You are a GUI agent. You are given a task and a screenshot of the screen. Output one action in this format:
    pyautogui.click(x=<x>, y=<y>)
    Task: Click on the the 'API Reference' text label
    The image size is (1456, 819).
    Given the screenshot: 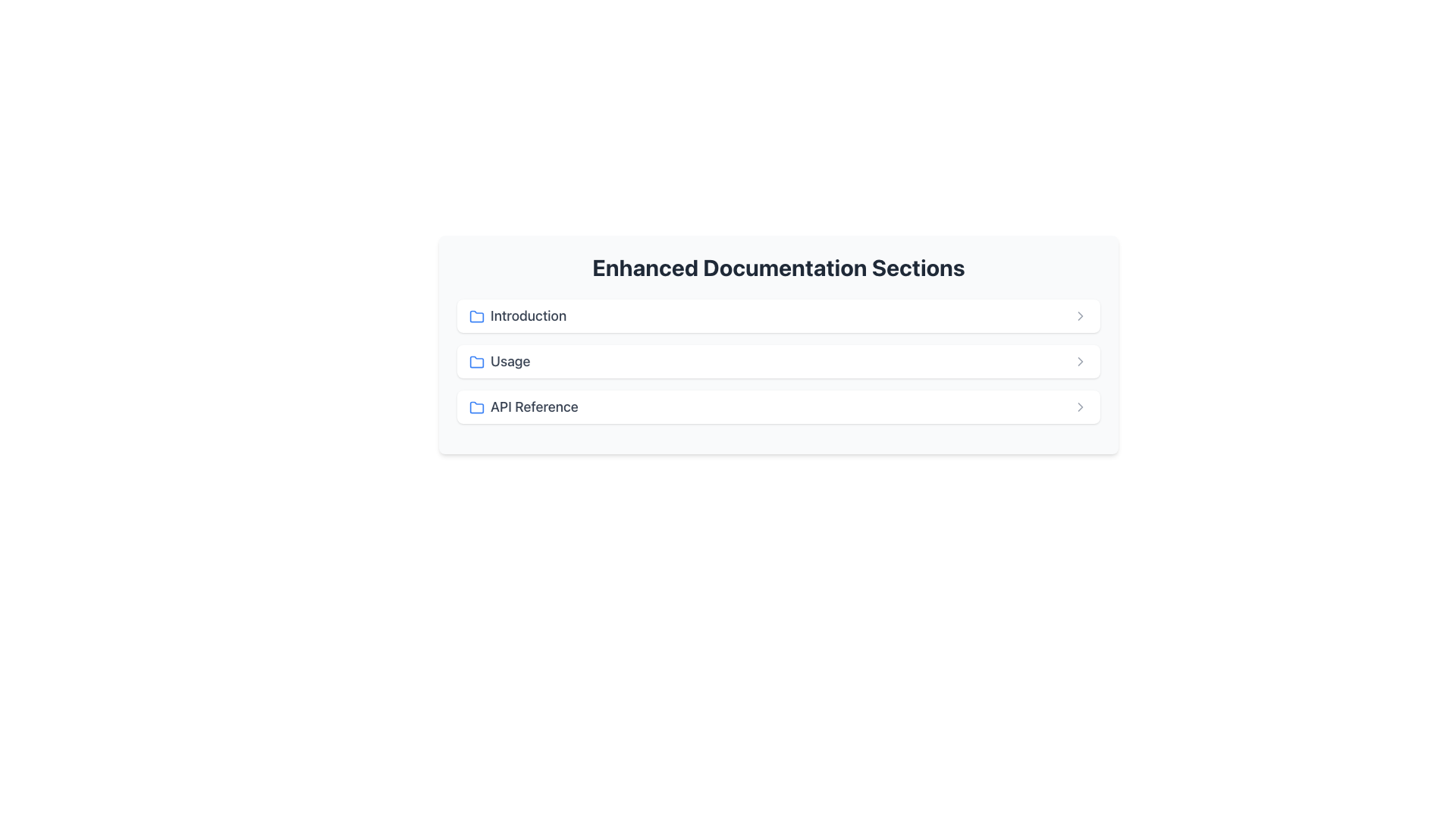 What is the action you would take?
    pyautogui.click(x=523, y=406)
    